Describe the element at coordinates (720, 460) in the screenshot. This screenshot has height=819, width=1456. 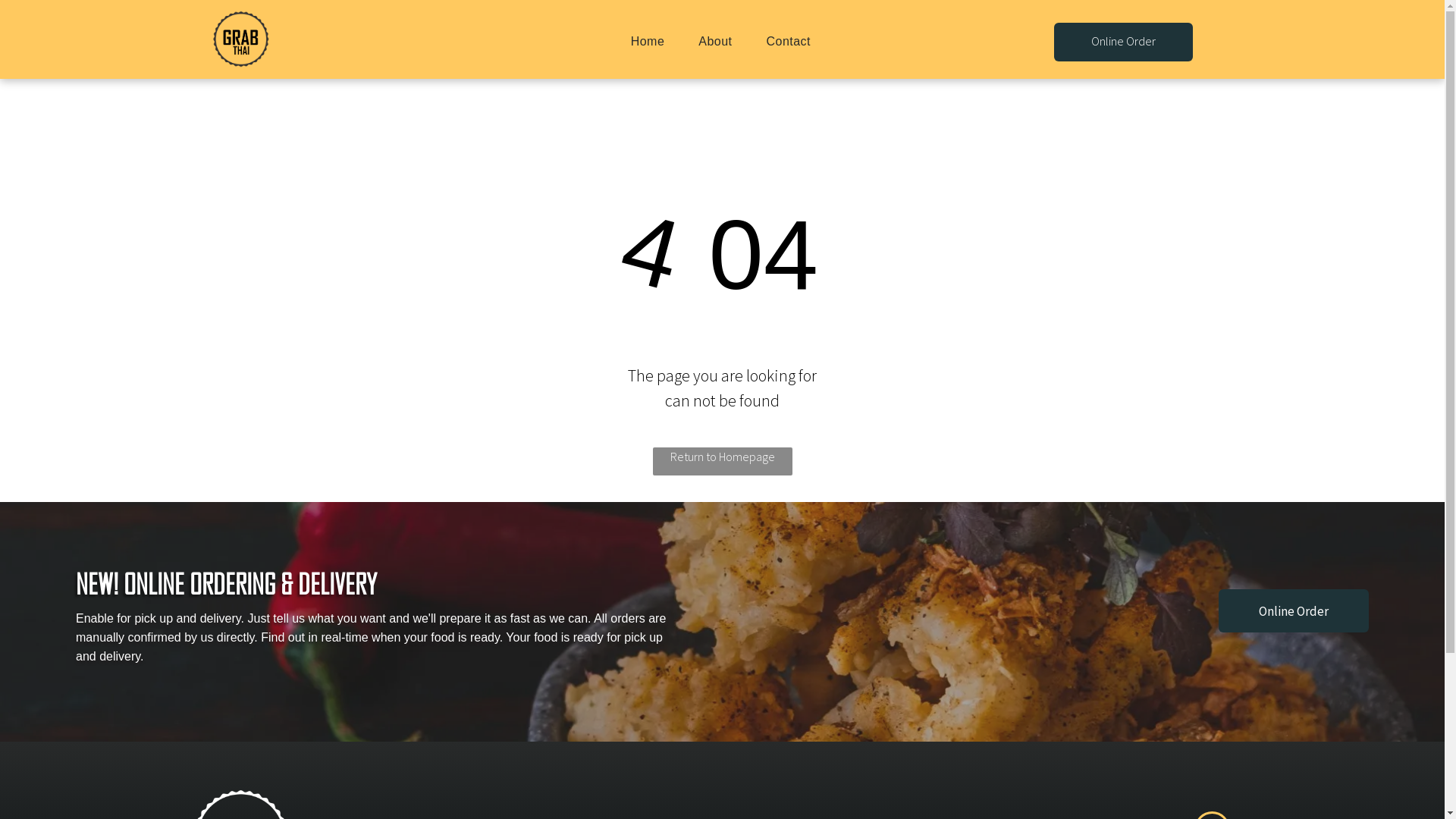
I see `'Return to Homepage'` at that location.